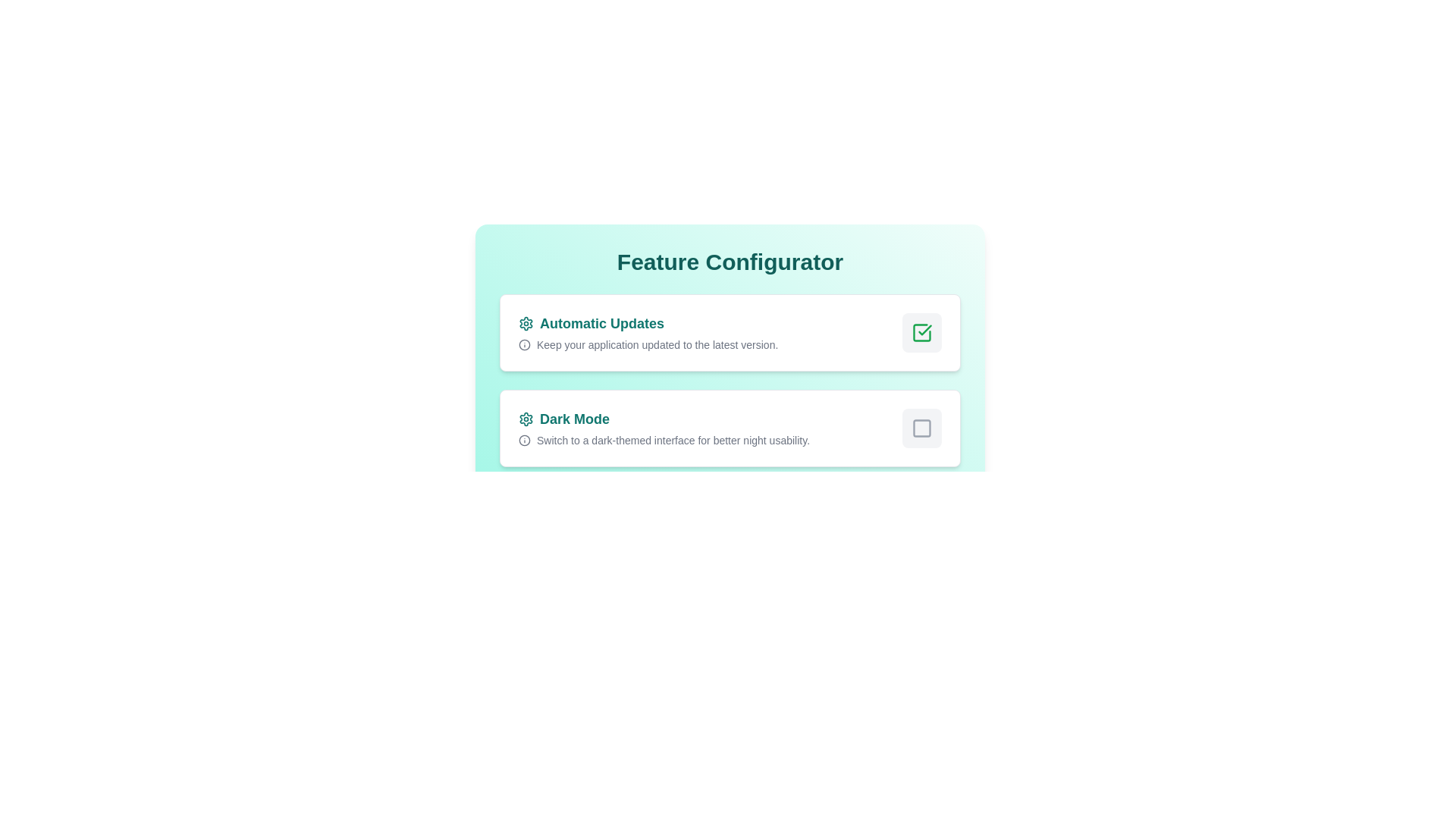 The image size is (1456, 819). Describe the element at coordinates (524, 345) in the screenshot. I see `the circular icon element representing the information symbol, which is positioned immediately to the left of the text labeled 'Automatic Updates' in the feature configurator interface` at that location.